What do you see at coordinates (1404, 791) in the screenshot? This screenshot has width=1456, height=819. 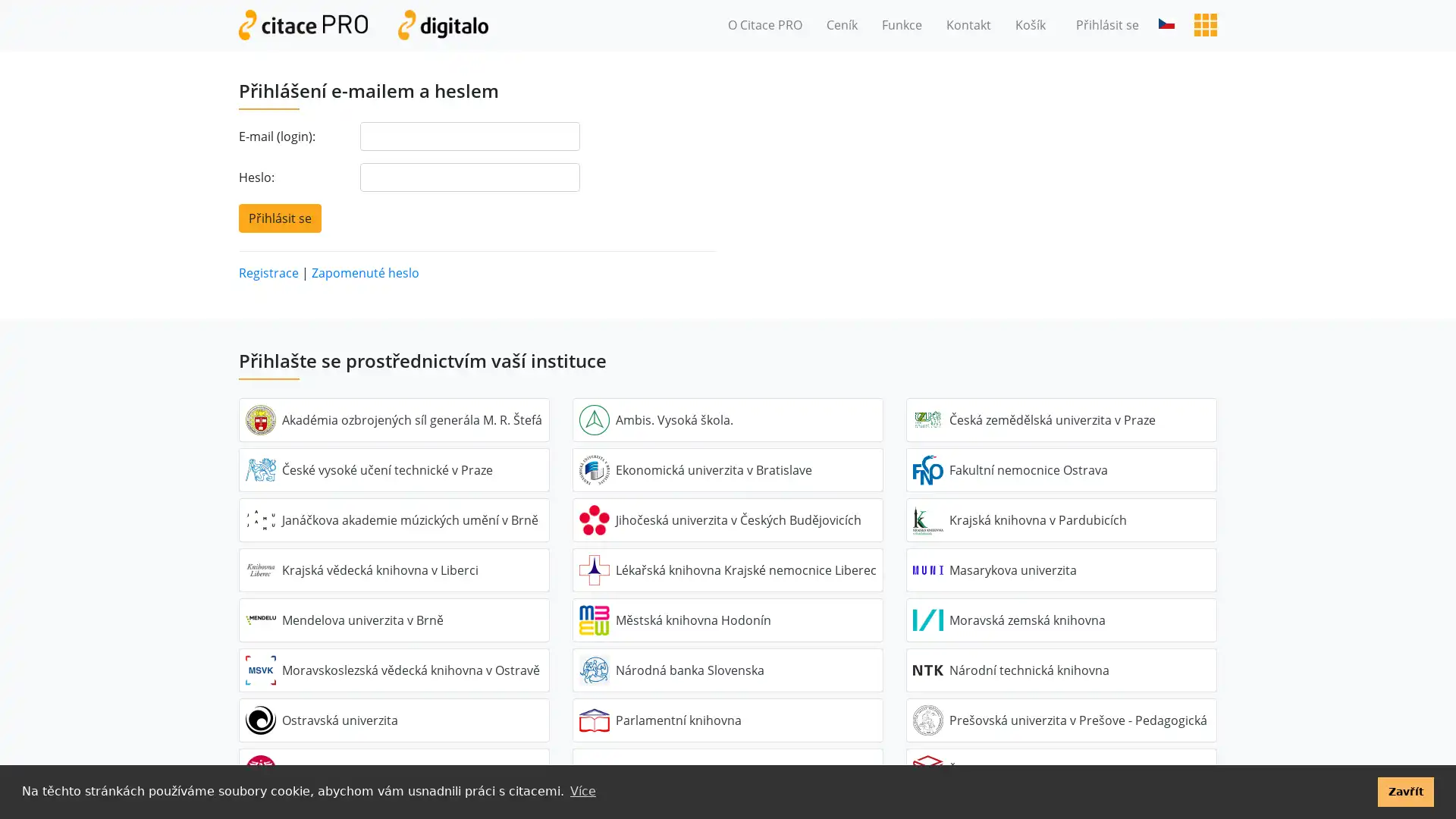 I see `dismiss cookie message` at bounding box center [1404, 791].